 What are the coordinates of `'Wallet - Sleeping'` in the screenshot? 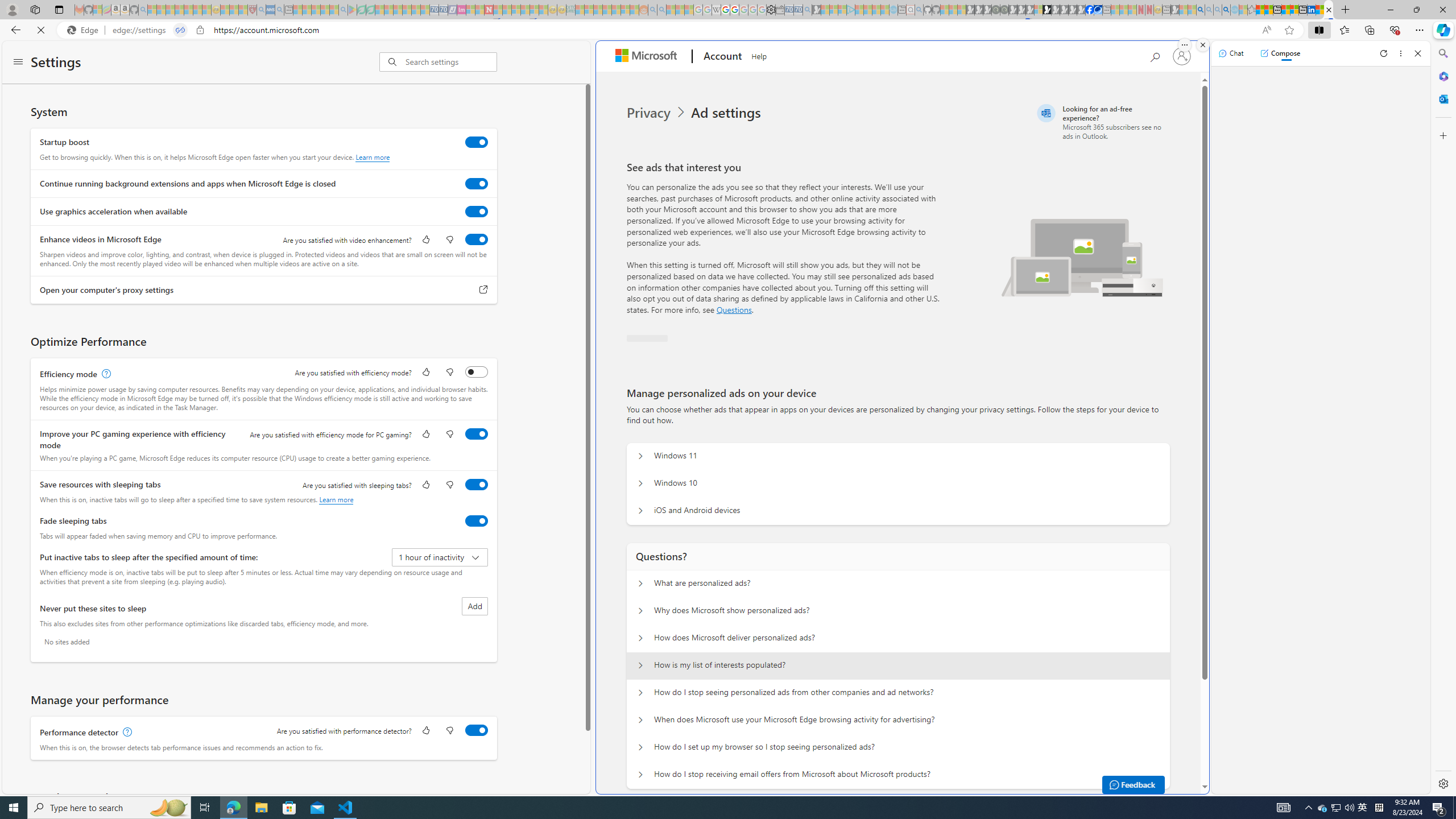 It's located at (779, 9).